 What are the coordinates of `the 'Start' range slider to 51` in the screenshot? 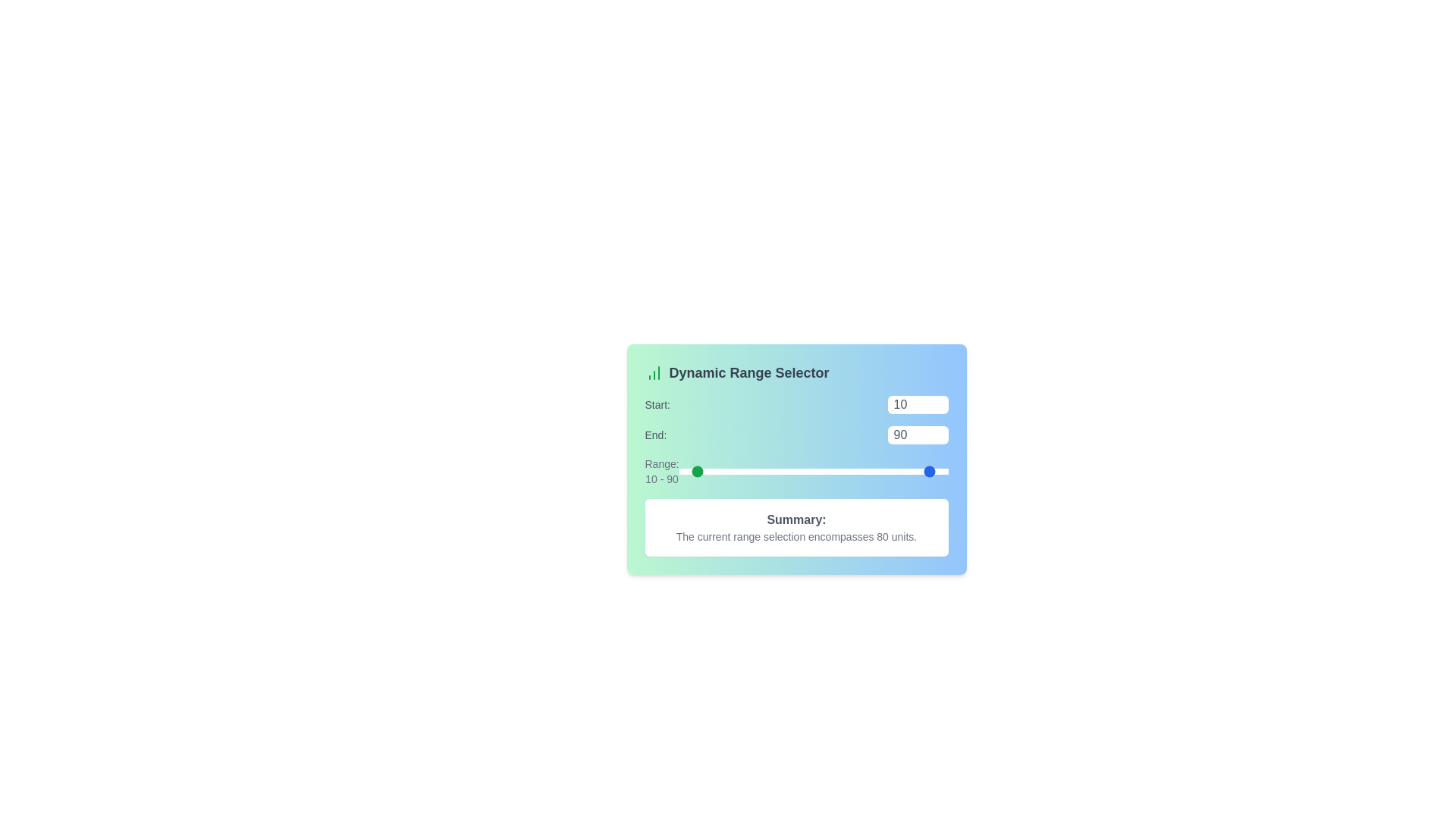 It's located at (748, 470).